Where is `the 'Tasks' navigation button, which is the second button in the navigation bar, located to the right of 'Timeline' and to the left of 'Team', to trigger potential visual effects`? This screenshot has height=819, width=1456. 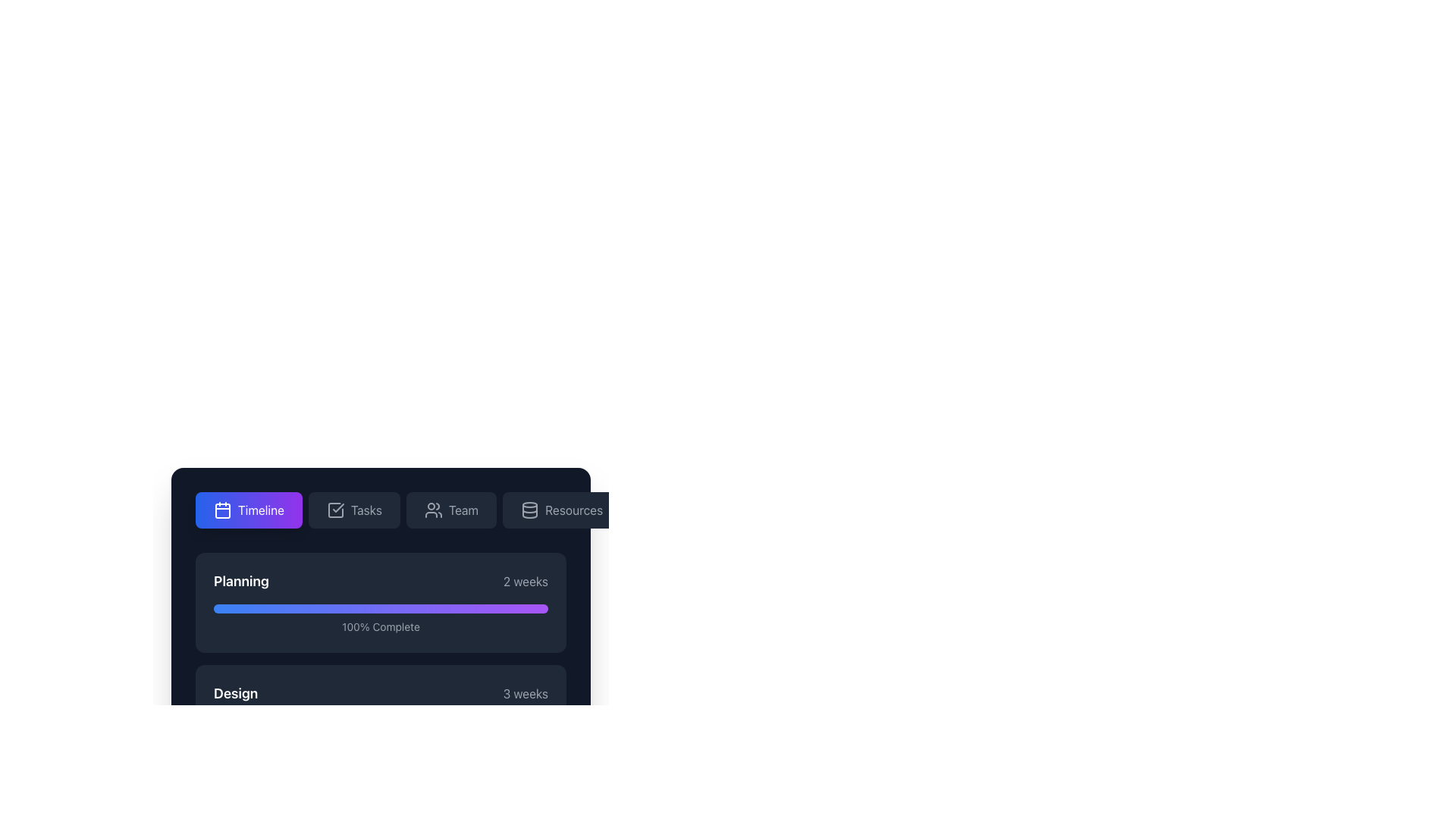 the 'Tasks' navigation button, which is the second button in the navigation bar, located to the right of 'Timeline' and to the left of 'Team', to trigger potential visual effects is located at coordinates (353, 510).